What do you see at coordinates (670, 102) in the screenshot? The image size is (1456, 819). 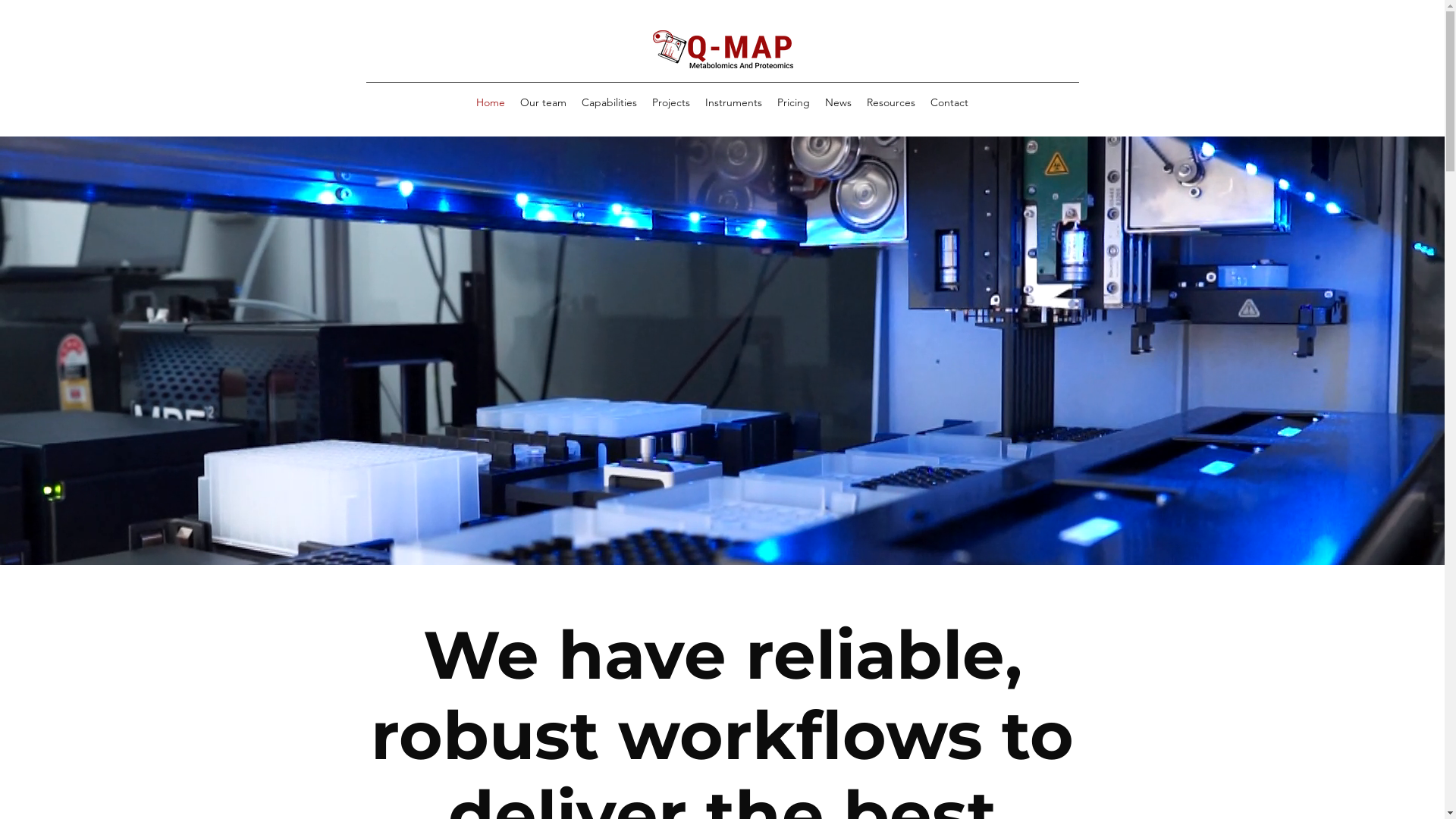 I see `'Projects'` at bounding box center [670, 102].